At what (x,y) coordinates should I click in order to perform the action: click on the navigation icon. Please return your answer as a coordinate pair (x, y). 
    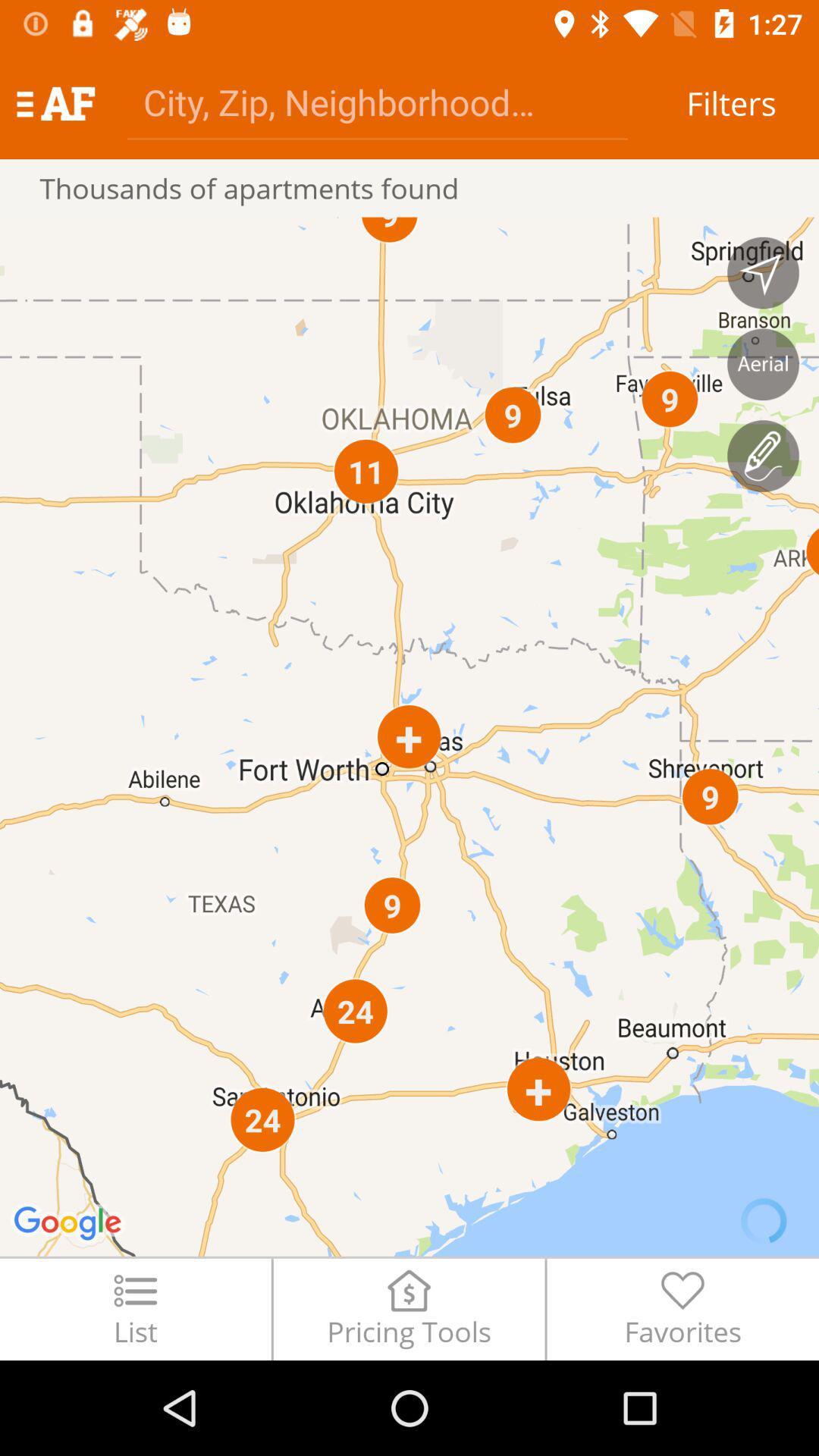
    Looking at the image, I should click on (763, 273).